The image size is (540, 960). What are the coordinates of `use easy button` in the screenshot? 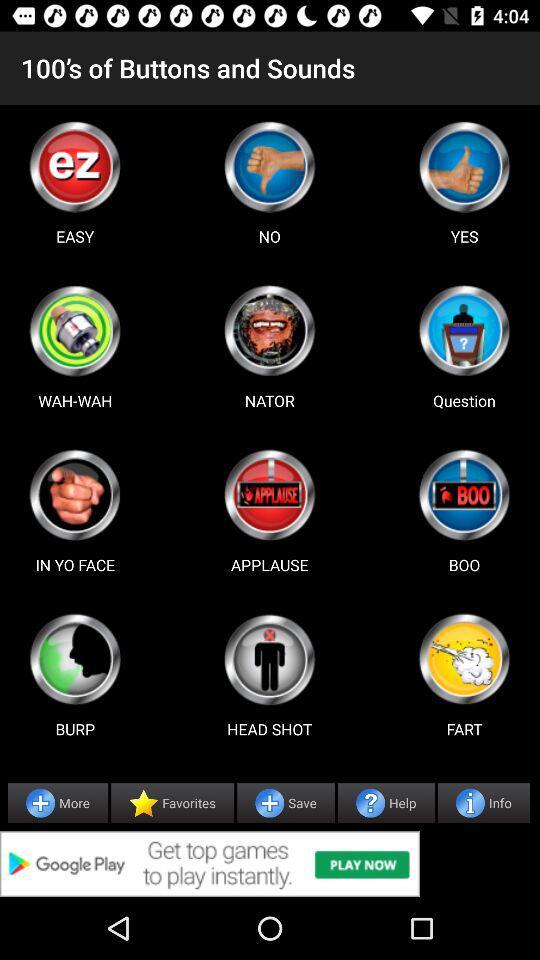 It's located at (74, 165).